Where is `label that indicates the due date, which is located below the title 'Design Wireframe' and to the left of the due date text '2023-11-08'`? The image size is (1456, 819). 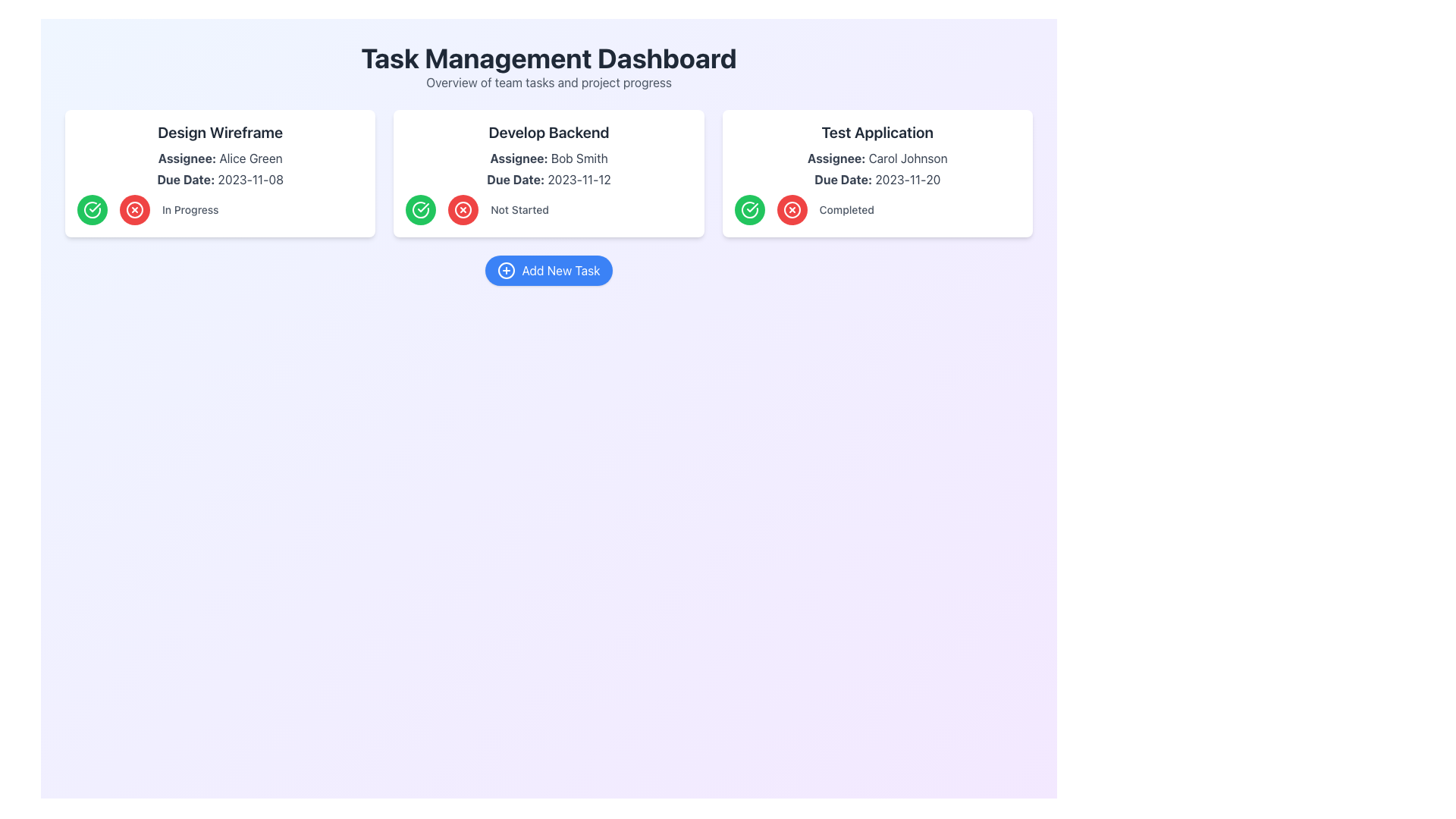
label that indicates the due date, which is located below the title 'Design Wireframe' and to the left of the due date text '2023-11-08' is located at coordinates (185, 178).